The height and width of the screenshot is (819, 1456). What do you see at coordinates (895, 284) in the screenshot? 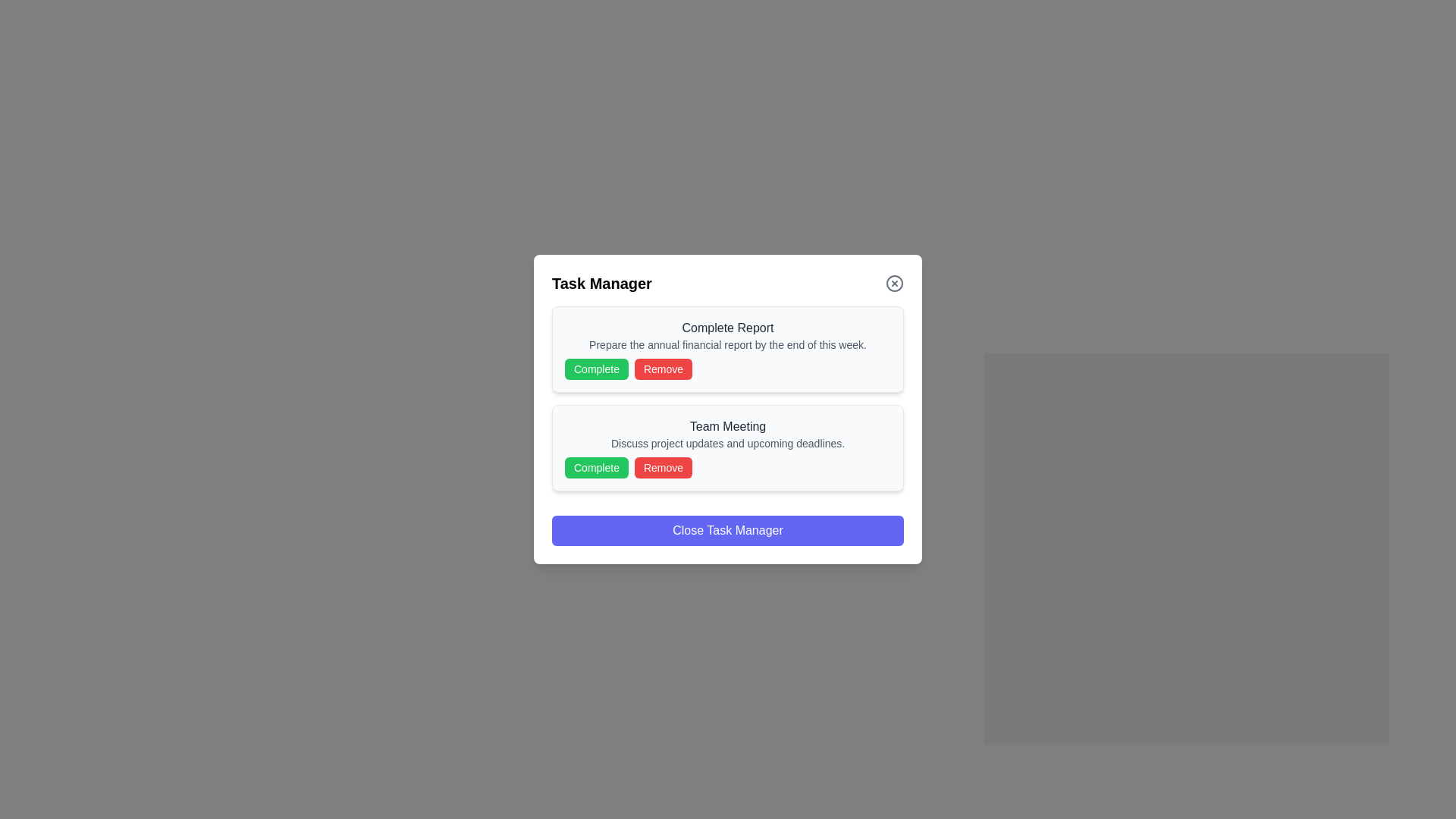
I see `the close button with an 'X' icon in the top-right corner of the 'Task Manager' modal` at bounding box center [895, 284].